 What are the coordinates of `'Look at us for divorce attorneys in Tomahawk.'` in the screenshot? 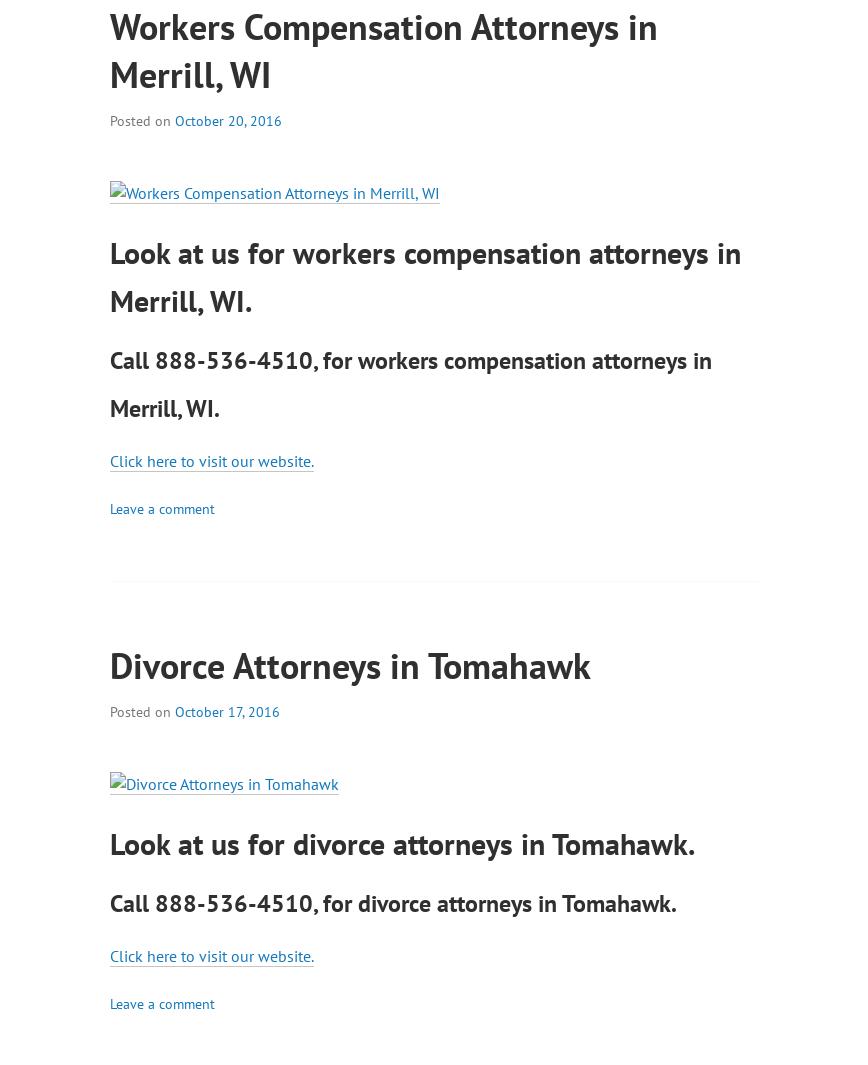 It's located at (402, 842).